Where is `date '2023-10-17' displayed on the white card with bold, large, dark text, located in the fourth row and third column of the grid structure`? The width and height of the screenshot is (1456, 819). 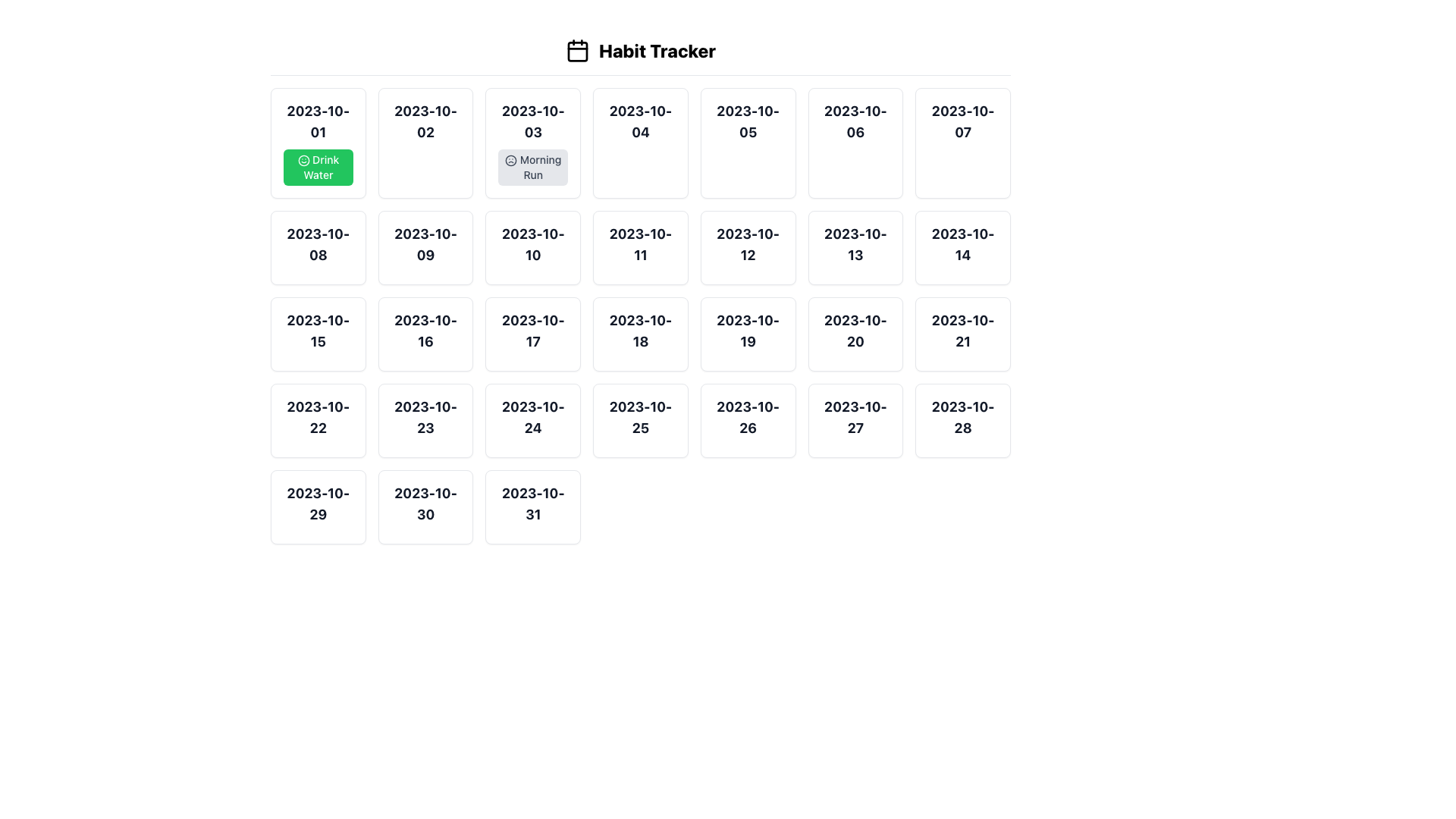 date '2023-10-17' displayed on the white card with bold, large, dark text, located in the fourth row and third column of the grid structure is located at coordinates (533, 333).